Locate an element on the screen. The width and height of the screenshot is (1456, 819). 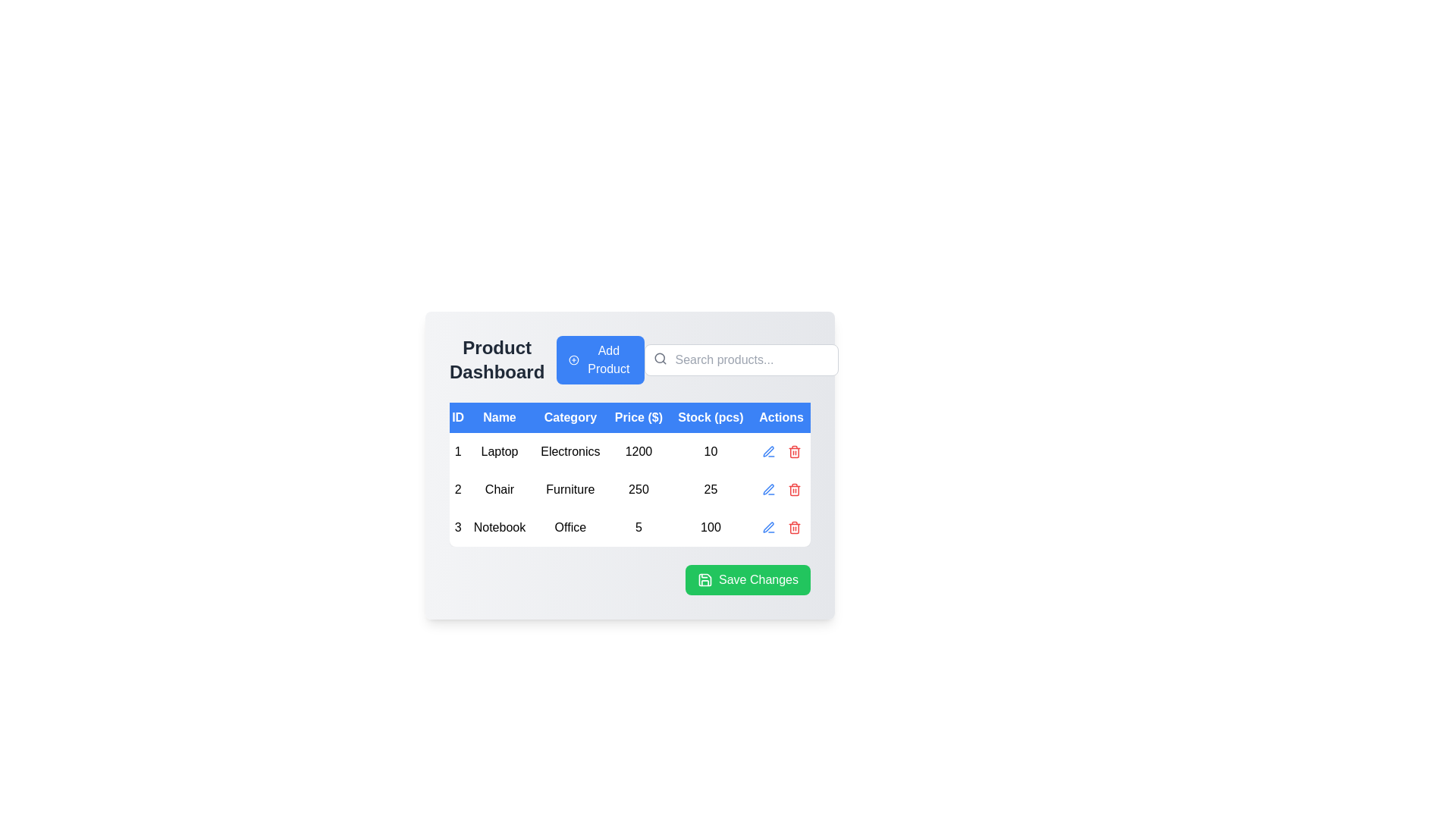
the first column entry of the first row in the table, which serves as an identifier for the associated row's position is located at coordinates (457, 451).